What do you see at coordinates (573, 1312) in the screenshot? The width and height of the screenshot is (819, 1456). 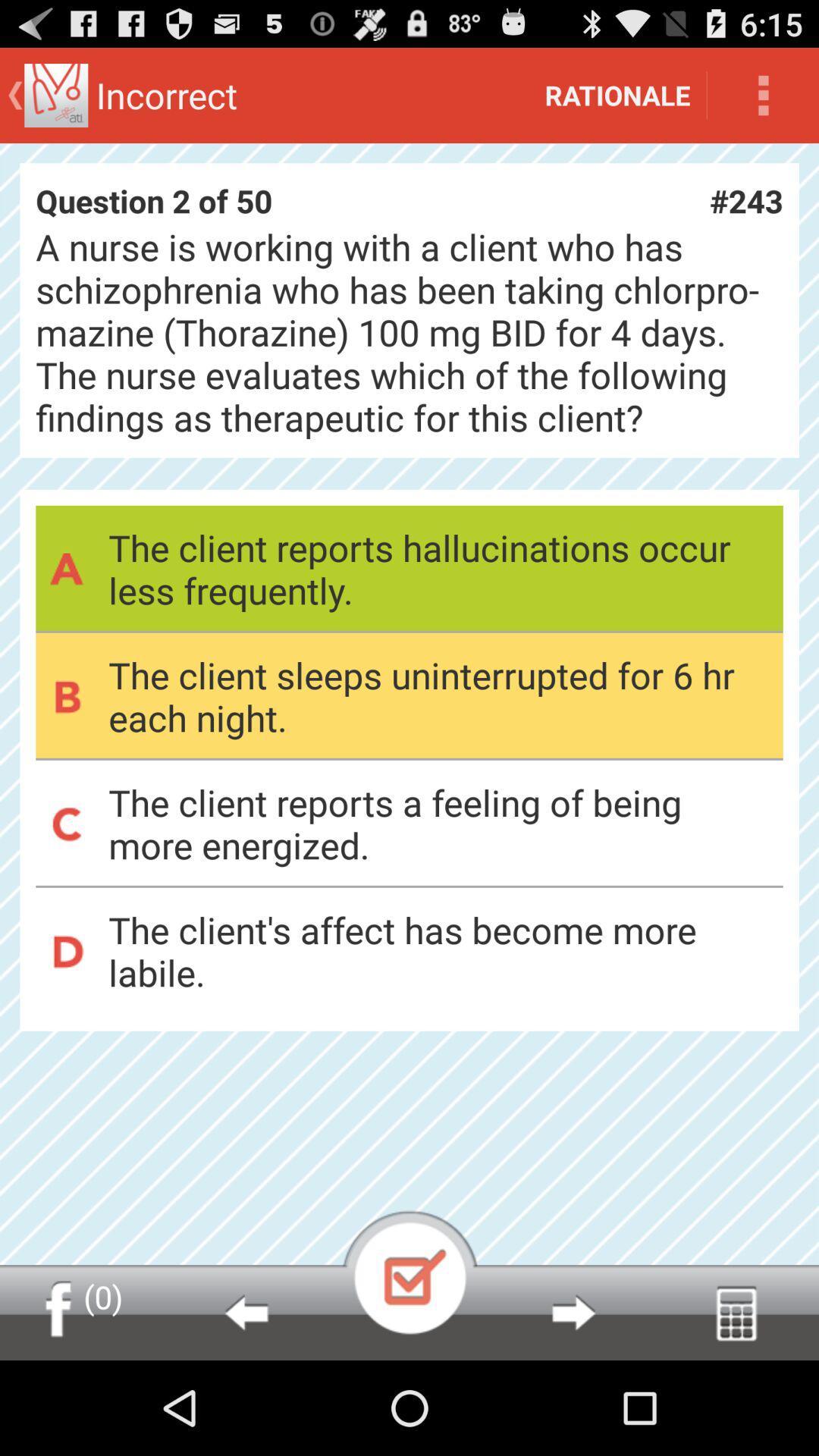 I see `next option` at bounding box center [573, 1312].